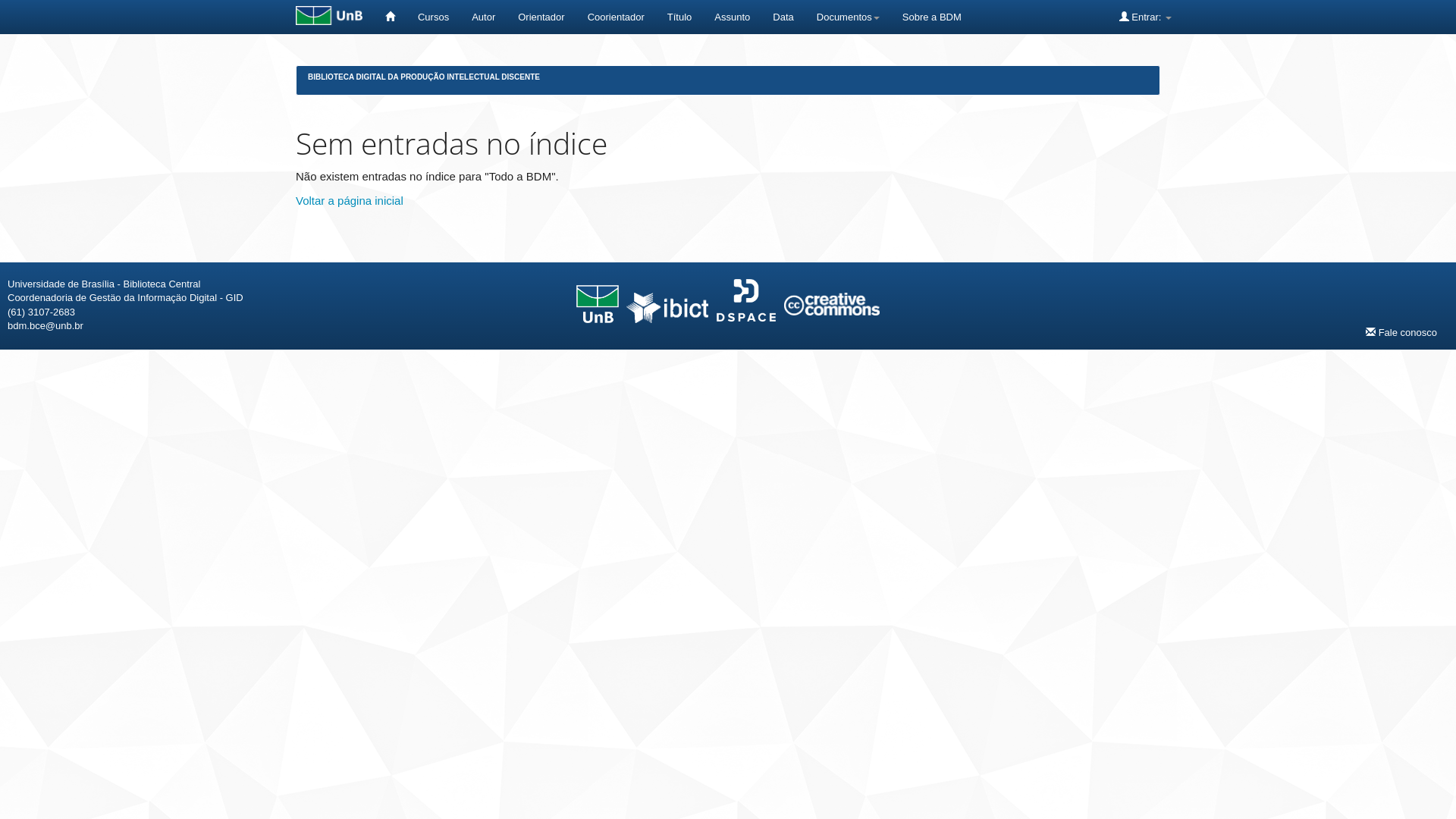 This screenshot has height=819, width=1456. I want to click on 'Documentos', so click(804, 17).